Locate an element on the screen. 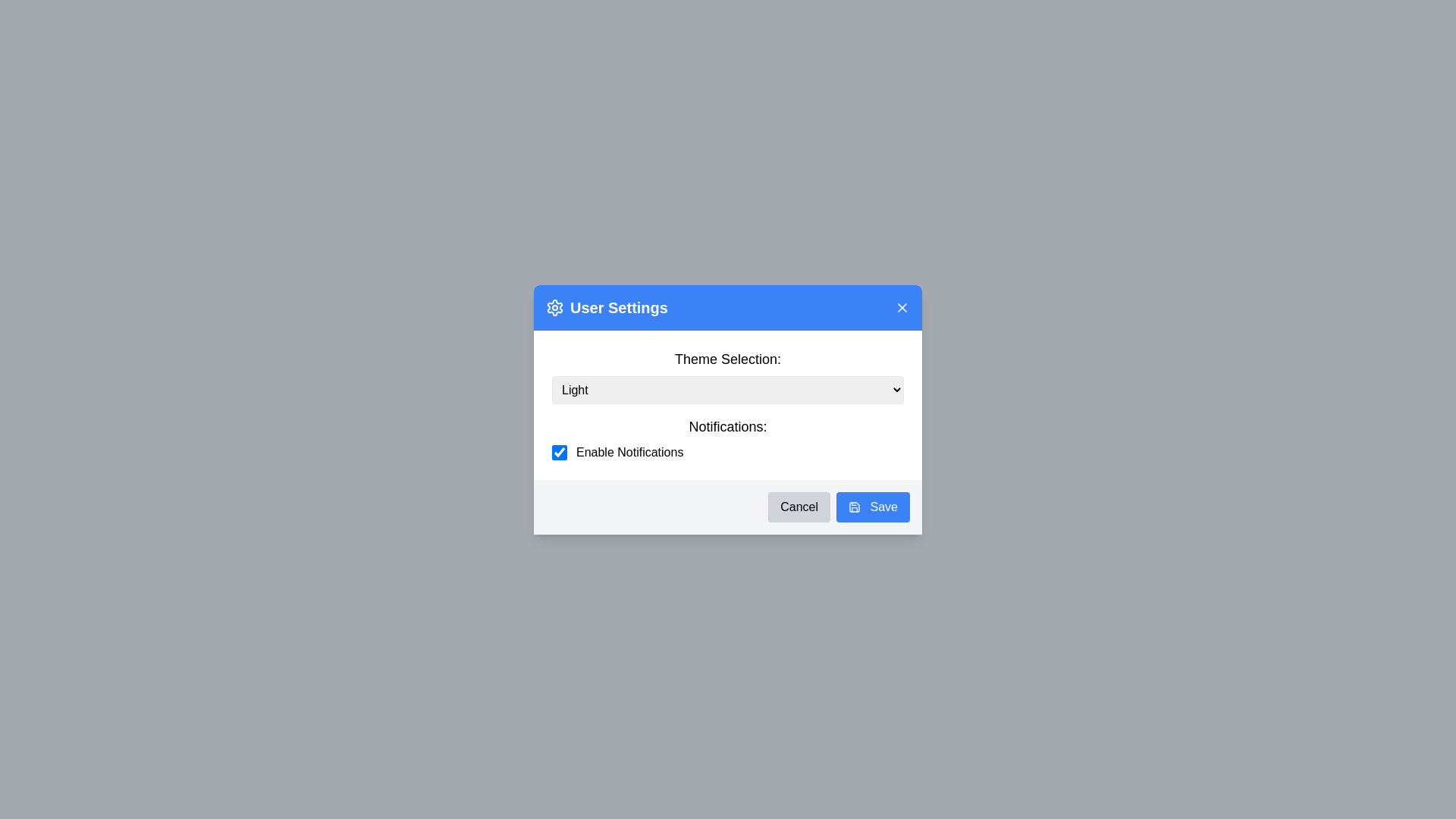 This screenshot has width=1456, height=819. an option from the dropdown menu for the theme in the central Form Section of the 'User Settings' dialog box, located below the header and above the 'Cancel' and 'Save' buttons is located at coordinates (728, 403).